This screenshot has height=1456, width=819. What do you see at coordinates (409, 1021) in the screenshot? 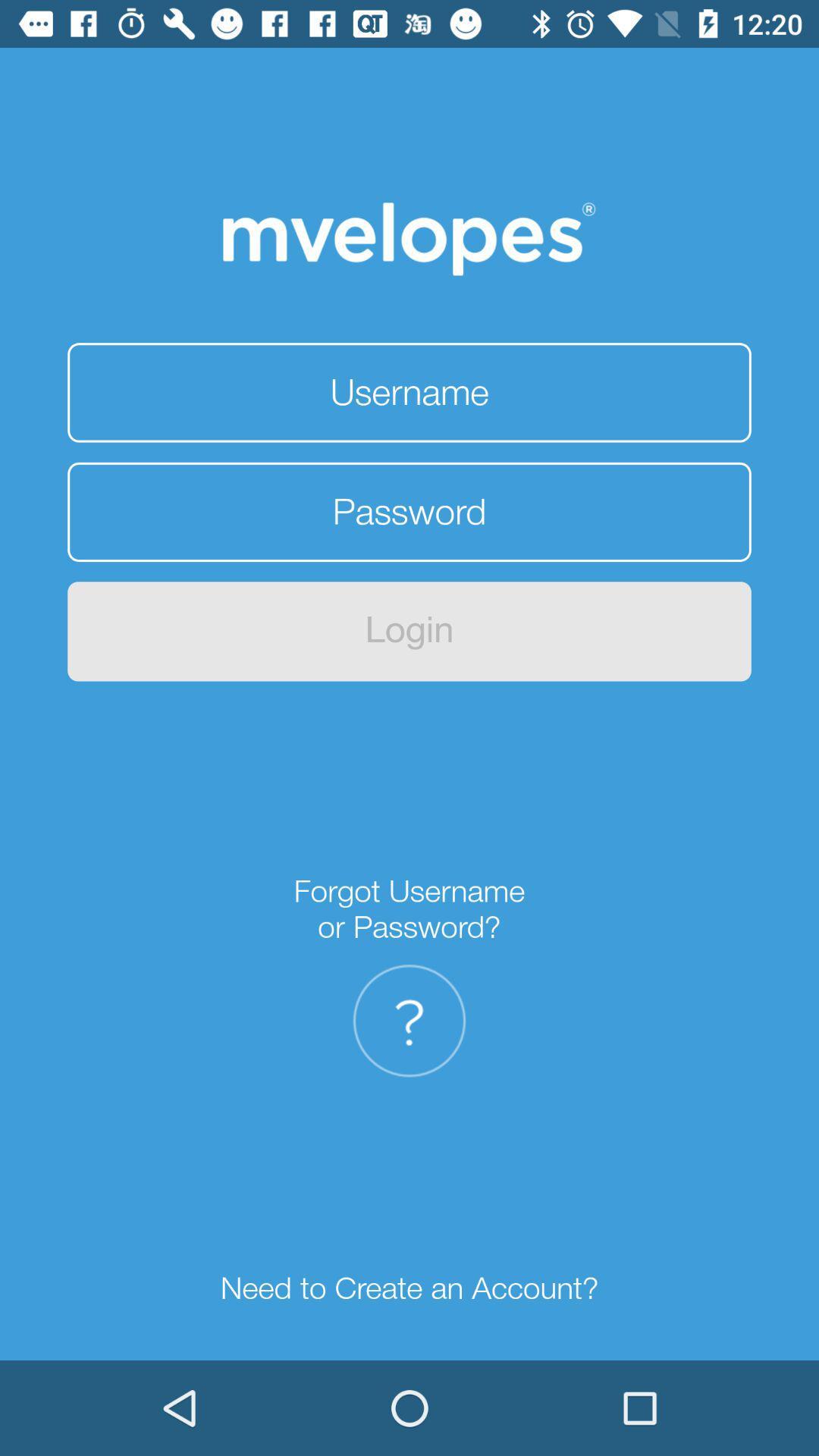
I see `help` at bounding box center [409, 1021].